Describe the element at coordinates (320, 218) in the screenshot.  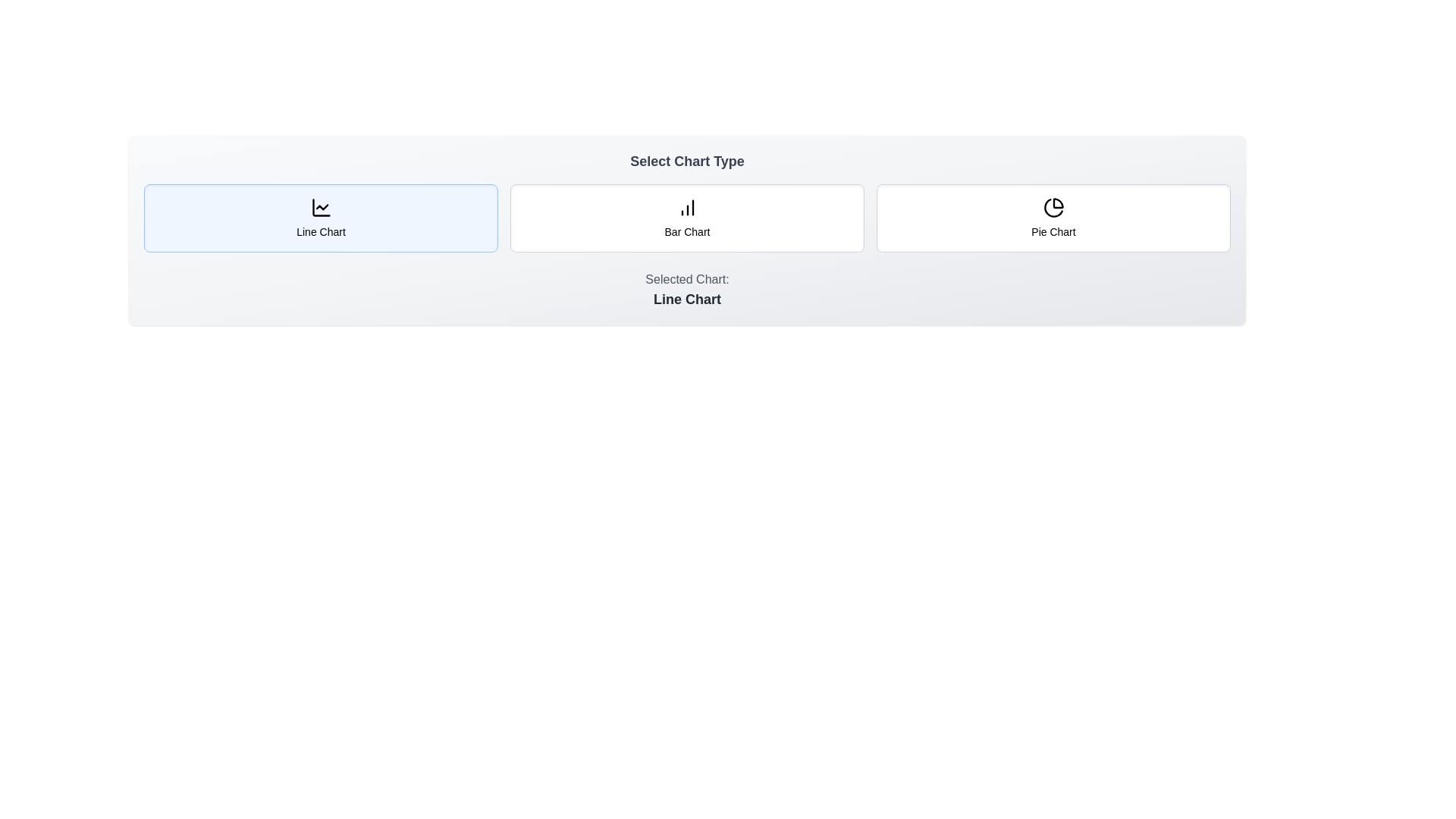
I see `the chart type button corresponding to Line Chart` at that location.